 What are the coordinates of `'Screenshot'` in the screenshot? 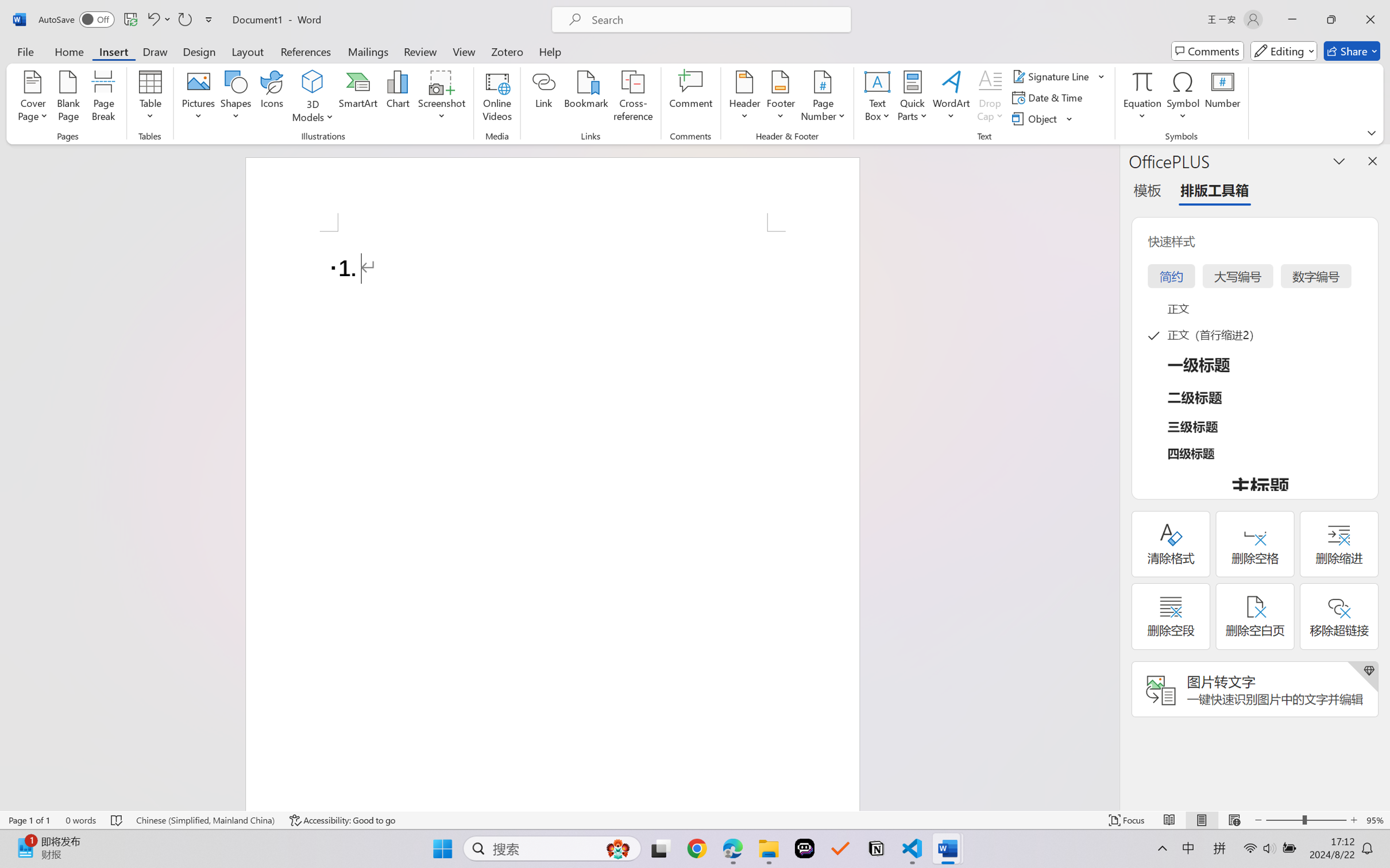 It's located at (442, 98).